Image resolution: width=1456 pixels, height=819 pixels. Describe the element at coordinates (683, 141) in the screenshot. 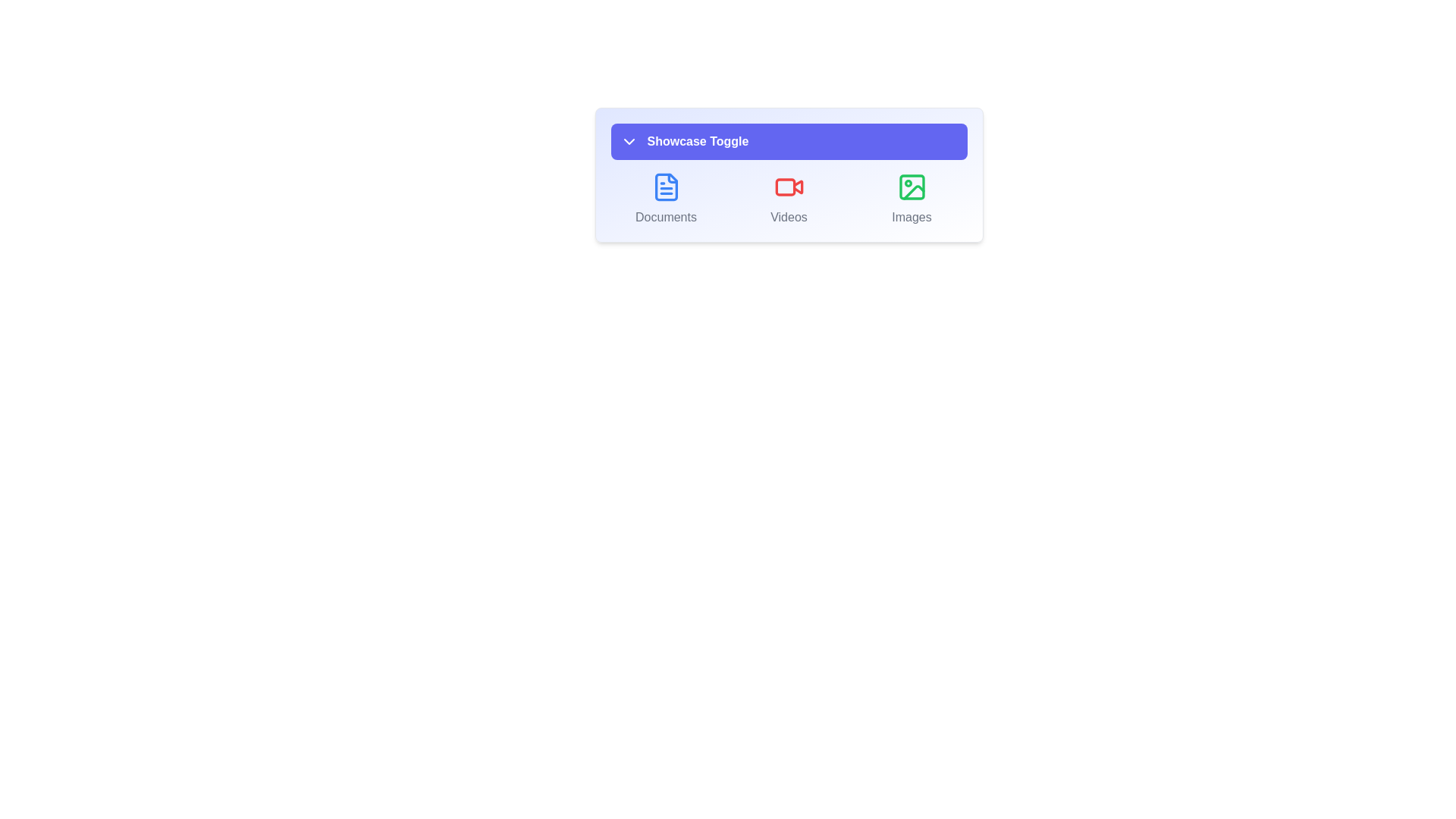

I see `the Text label with an accompanying icon located in the purple bar near the top-left of a card-like component` at that location.